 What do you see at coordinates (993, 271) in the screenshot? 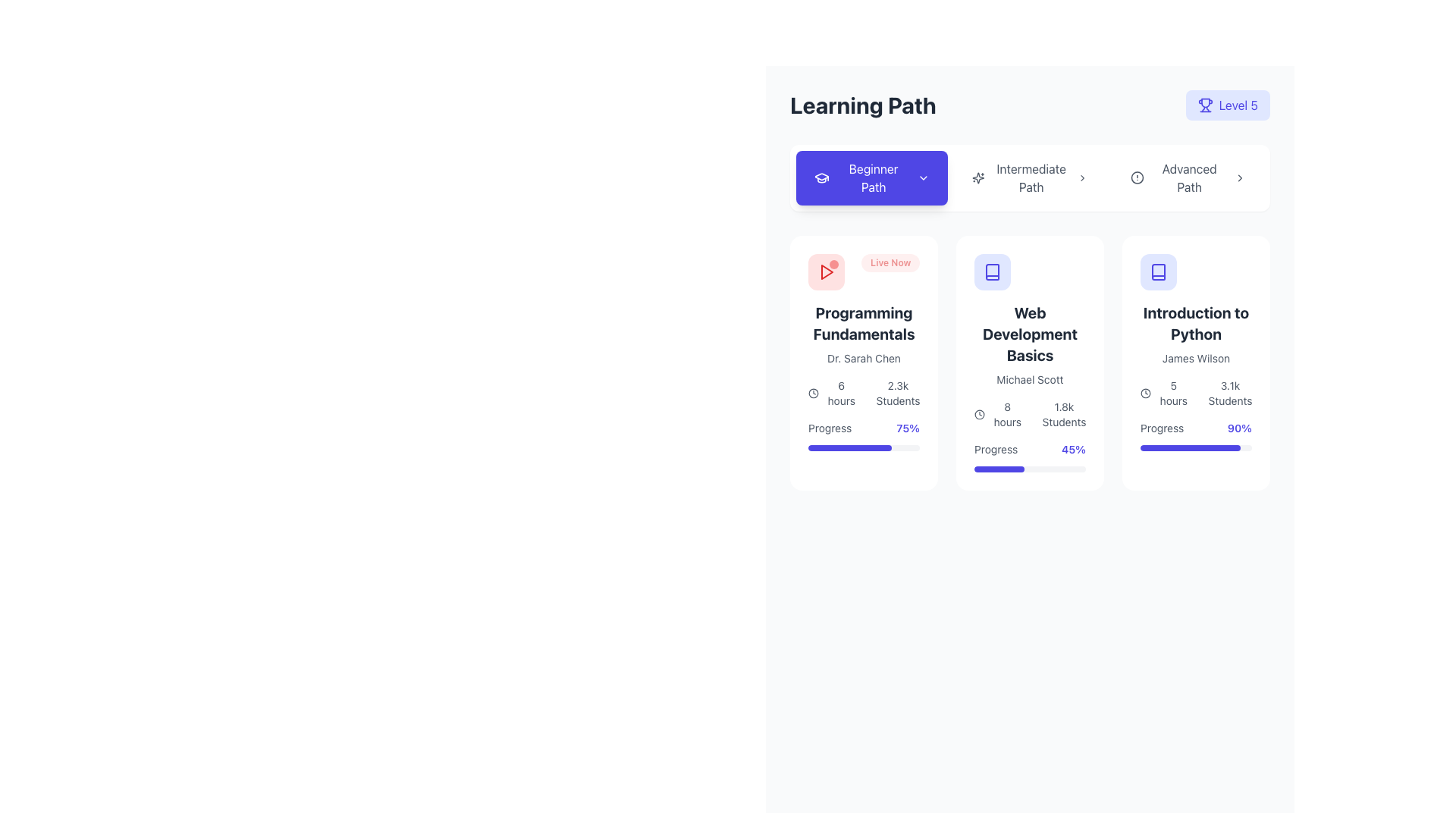
I see `the icon representing 'Web Development Basics' located in the card's header area, centered horizontally above the title` at bounding box center [993, 271].